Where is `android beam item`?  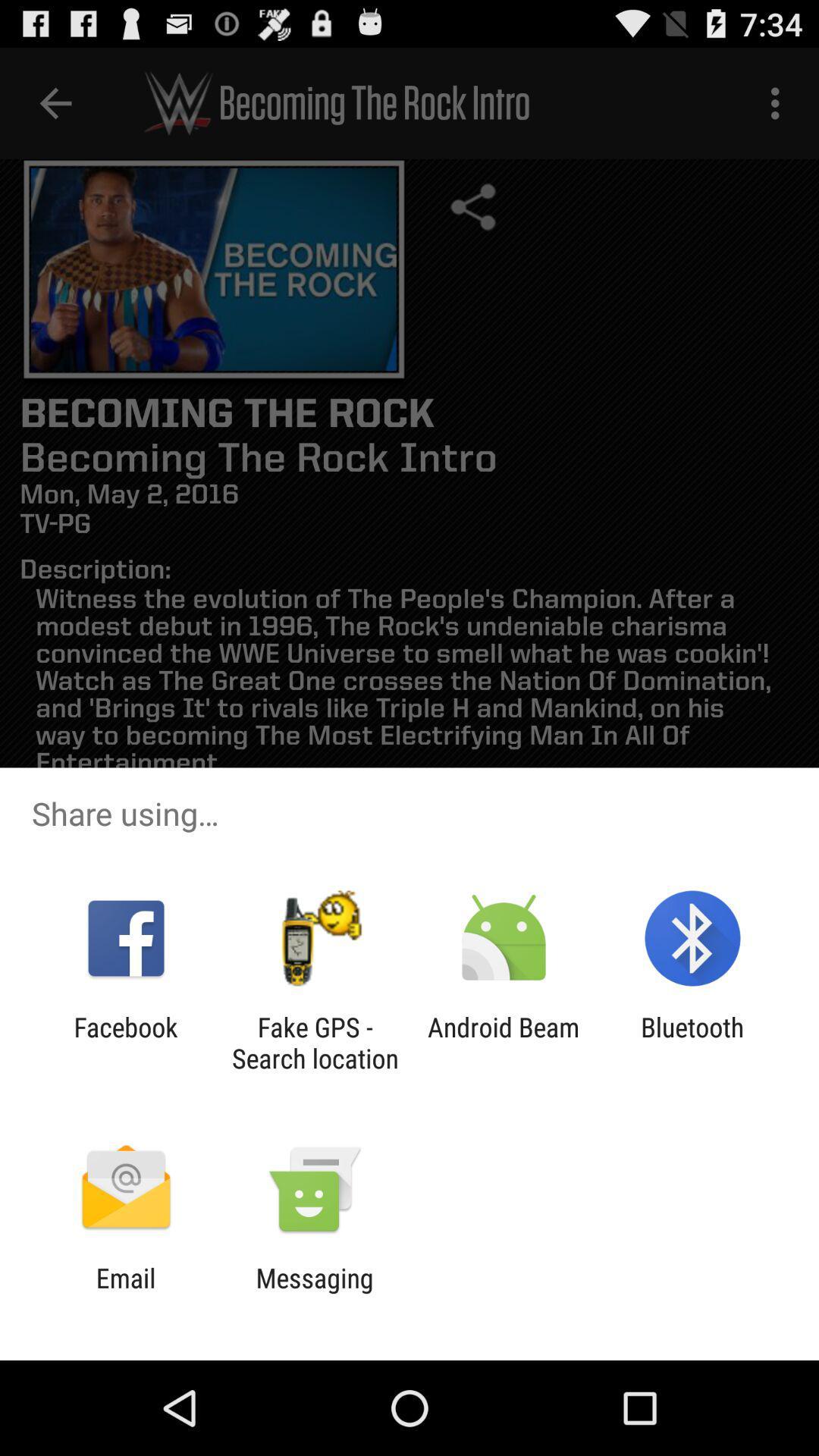
android beam item is located at coordinates (504, 1042).